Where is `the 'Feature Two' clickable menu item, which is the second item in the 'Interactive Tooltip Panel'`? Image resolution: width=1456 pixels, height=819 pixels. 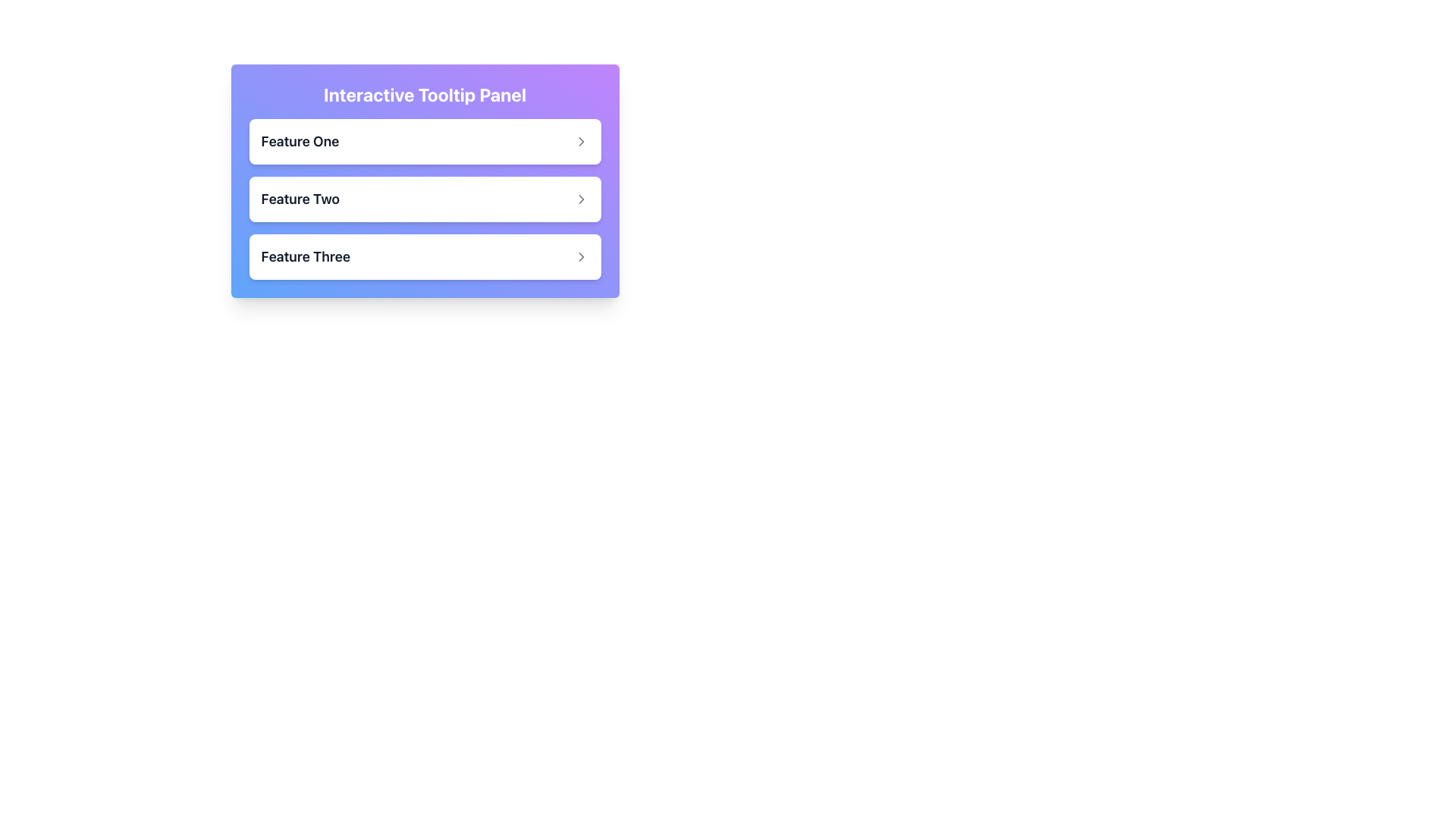
the 'Feature Two' clickable menu item, which is the second item in the 'Interactive Tooltip Panel' is located at coordinates (425, 198).